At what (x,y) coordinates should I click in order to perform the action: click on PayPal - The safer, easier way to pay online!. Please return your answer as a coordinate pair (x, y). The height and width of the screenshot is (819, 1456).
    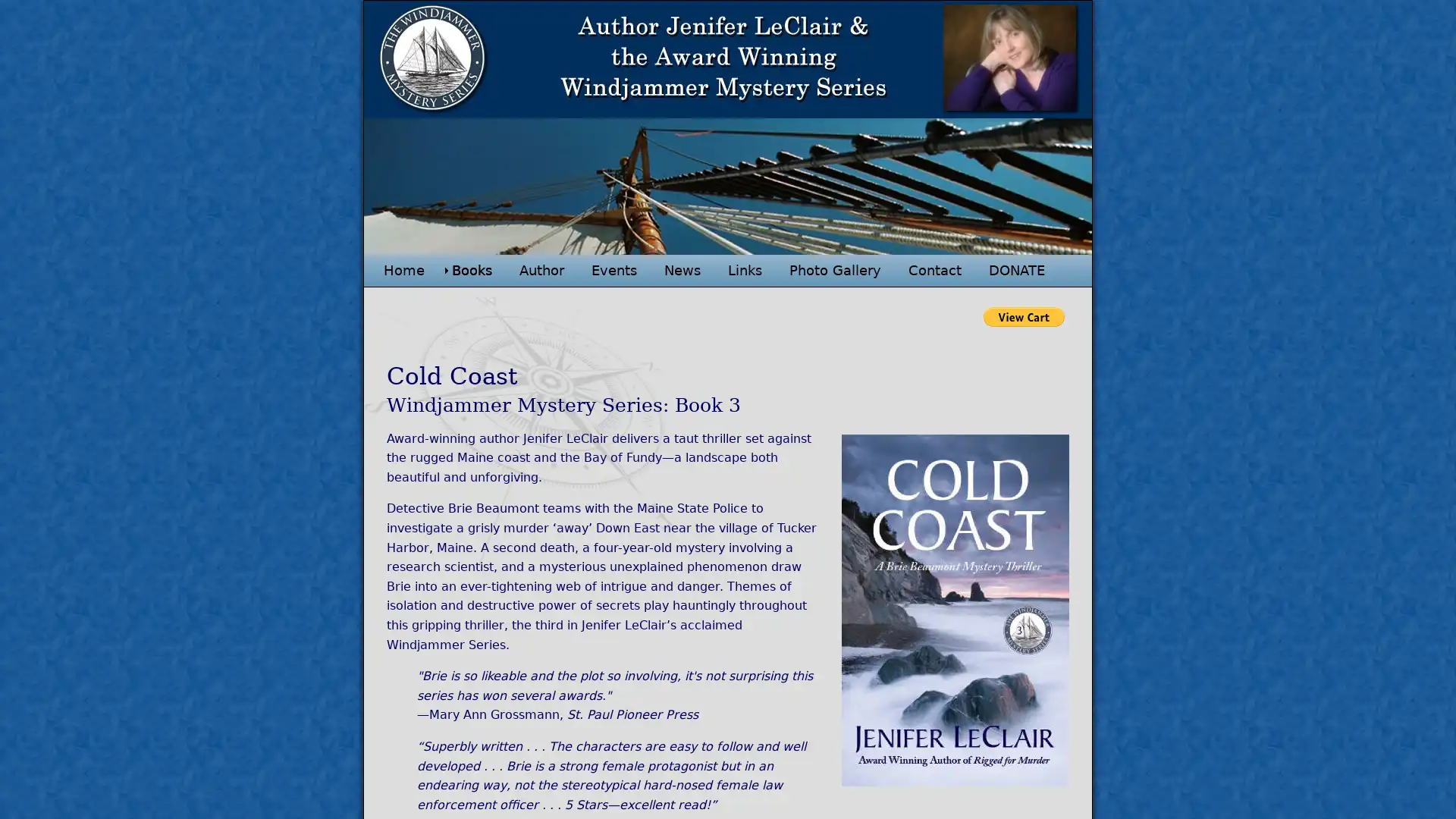
    Looking at the image, I should click on (1024, 315).